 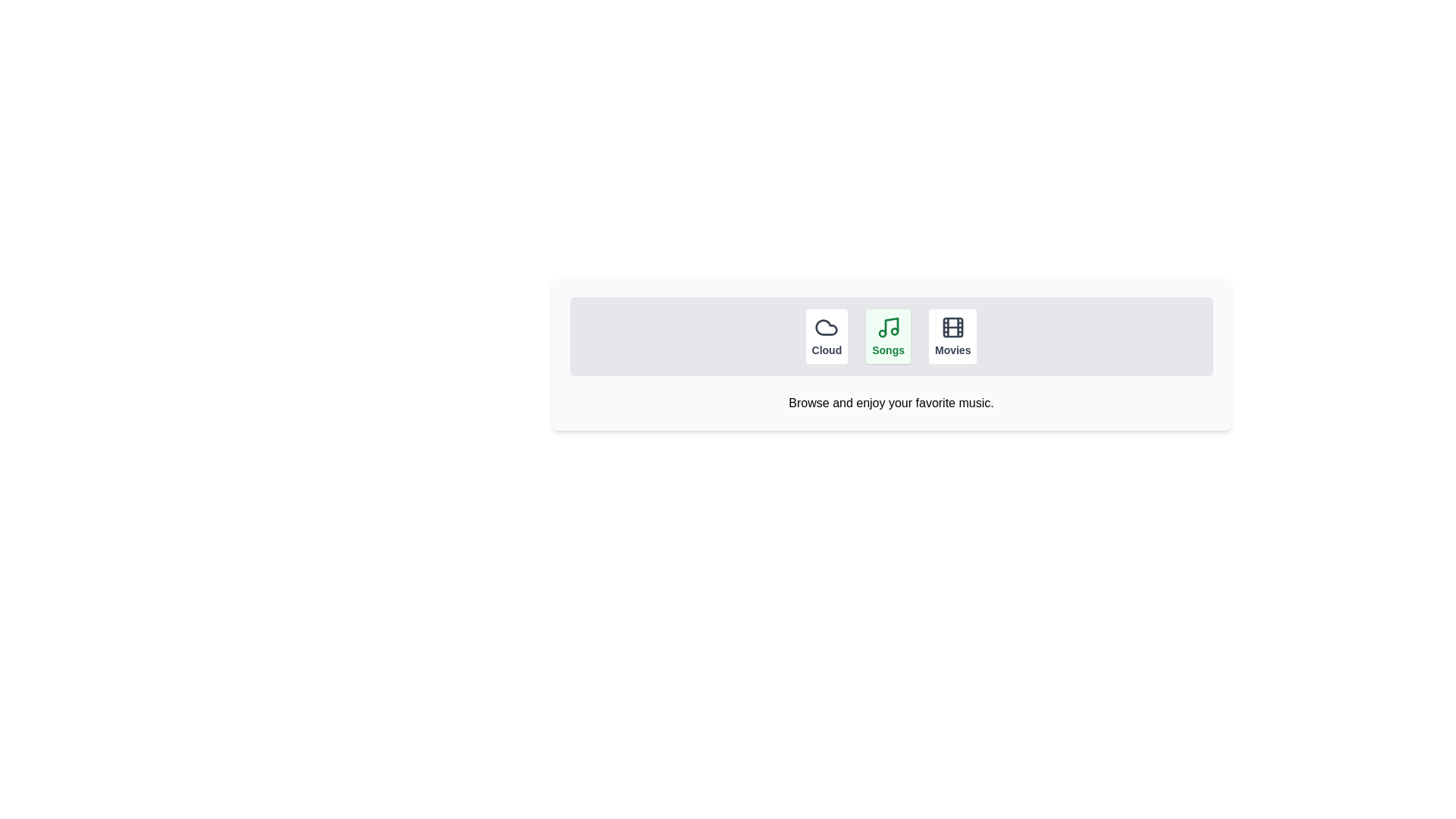 What do you see at coordinates (888, 335) in the screenshot?
I see `the music navigation button located between the 'Cloud' and 'Movies' buttons` at bounding box center [888, 335].